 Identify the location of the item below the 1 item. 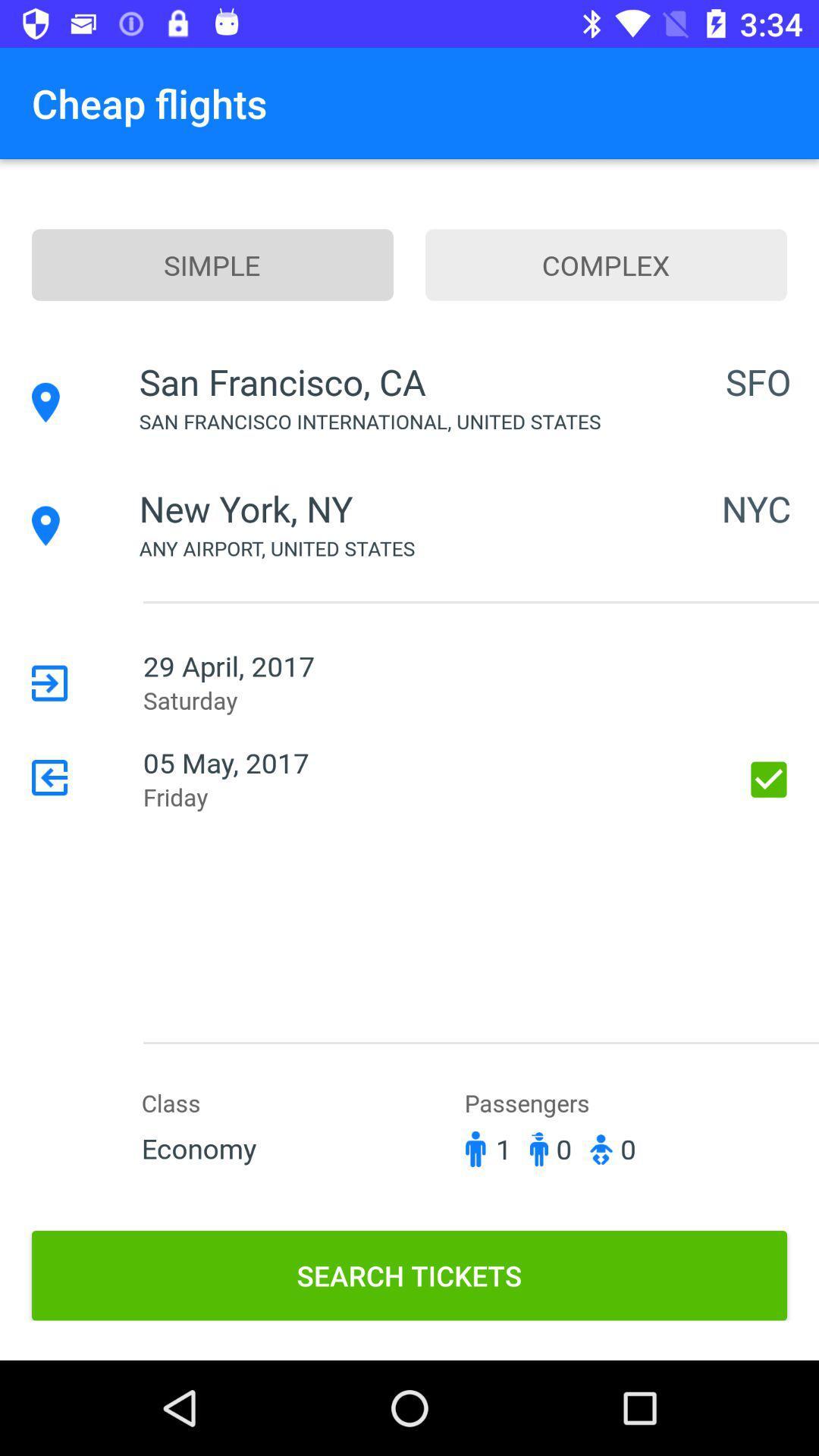
(409, 1275).